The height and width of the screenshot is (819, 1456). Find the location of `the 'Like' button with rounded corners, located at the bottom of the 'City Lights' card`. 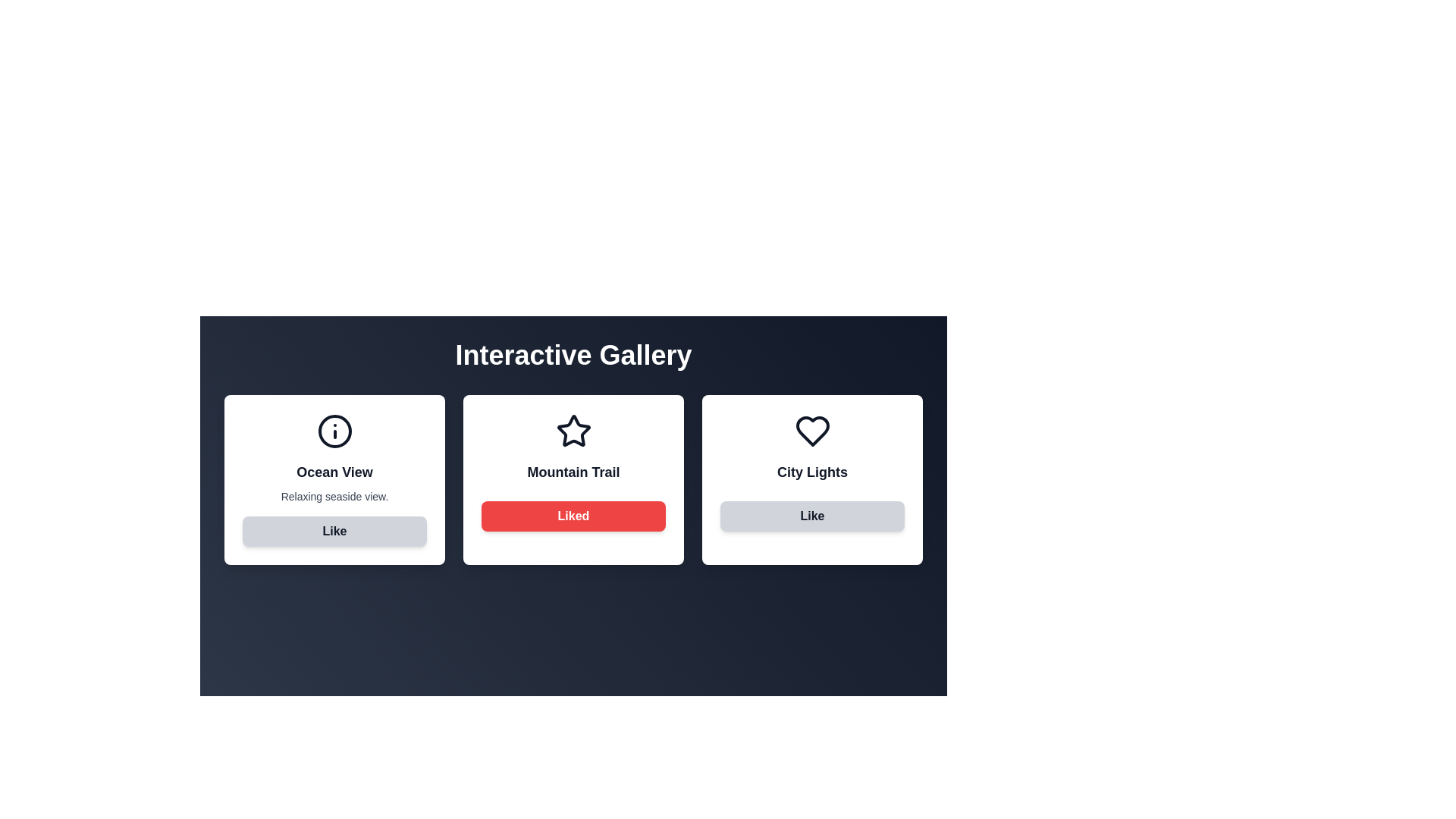

the 'Like' button with rounded corners, located at the bottom of the 'City Lights' card is located at coordinates (811, 516).